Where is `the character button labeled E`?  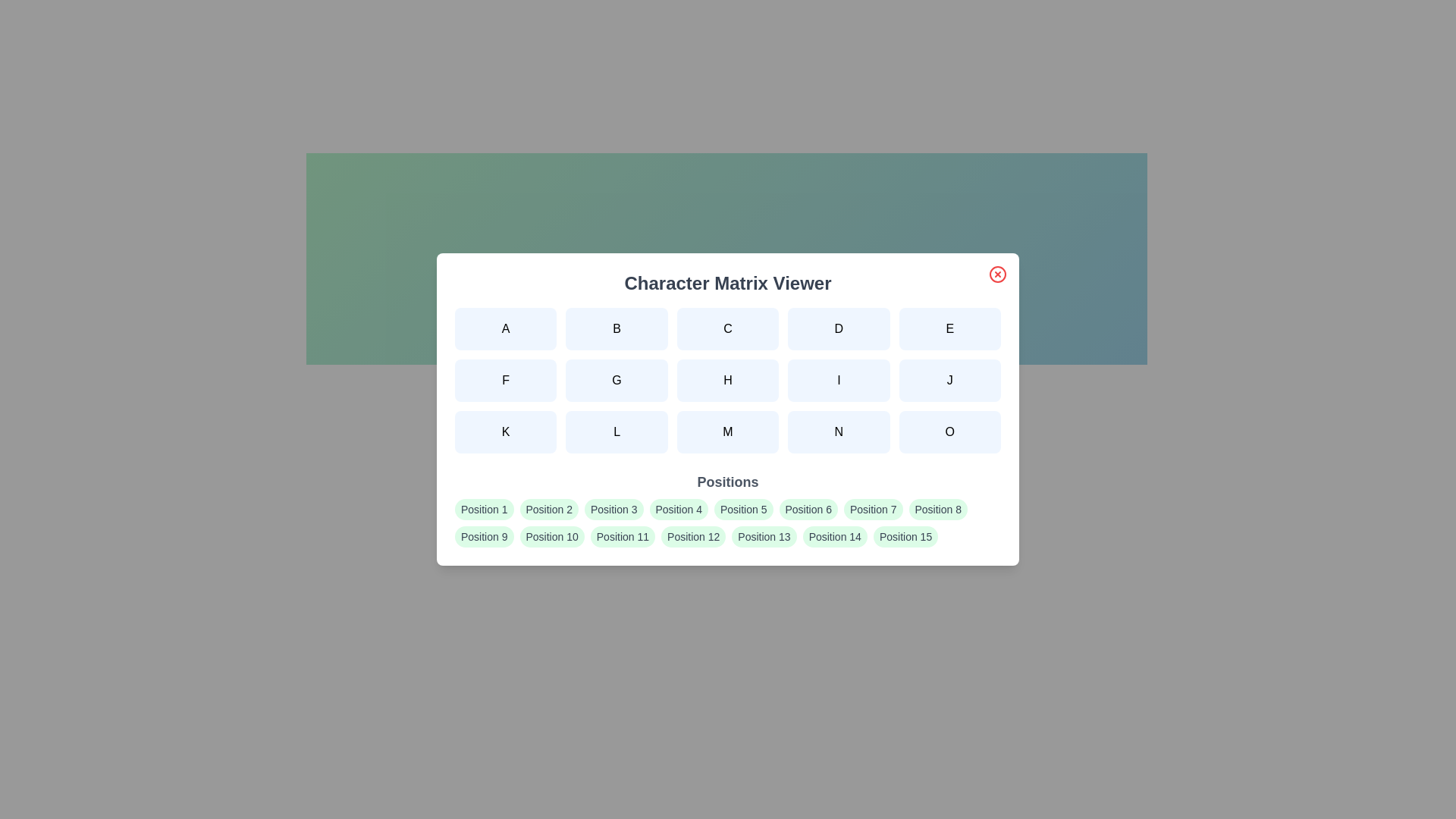
the character button labeled E is located at coordinates (949, 328).